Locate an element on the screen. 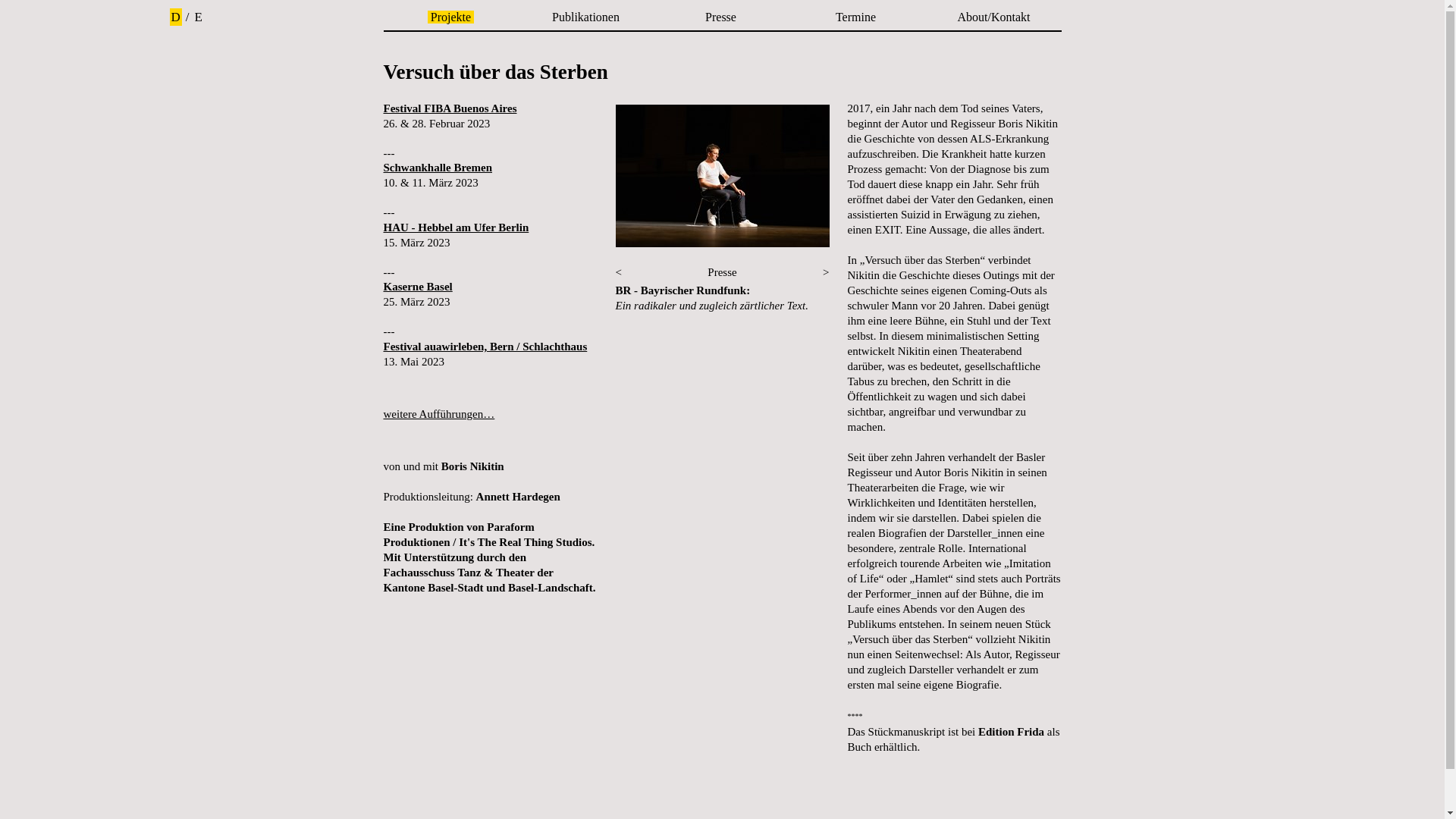 The height and width of the screenshot is (819, 1456). 'Termine' is located at coordinates (855, 17).